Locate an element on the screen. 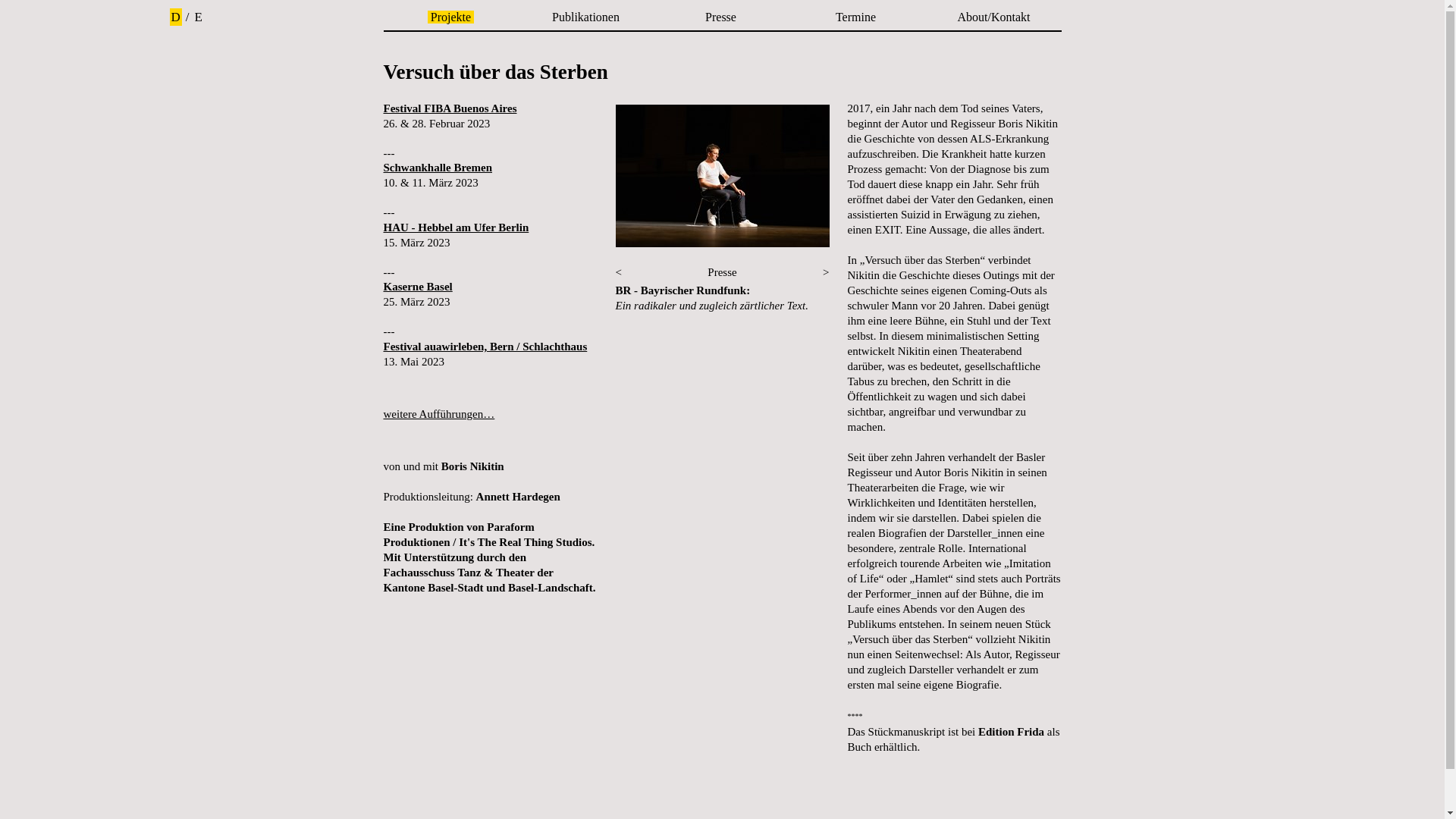 The height and width of the screenshot is (819, 1456). 'Termine' is located at coordinates (855, 17).